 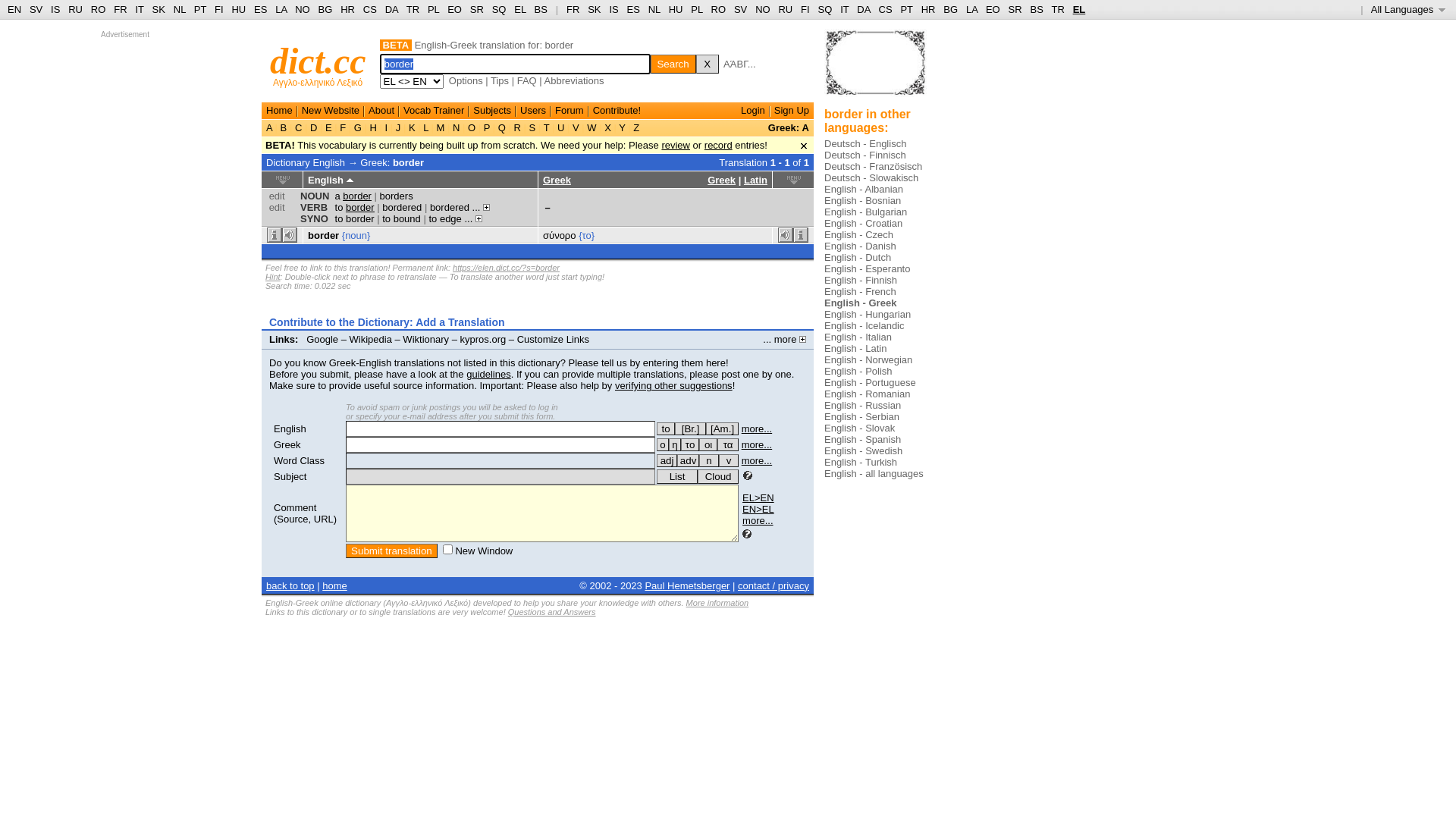 I want to click on 'English - Serbian', so click(x=861, y=416).